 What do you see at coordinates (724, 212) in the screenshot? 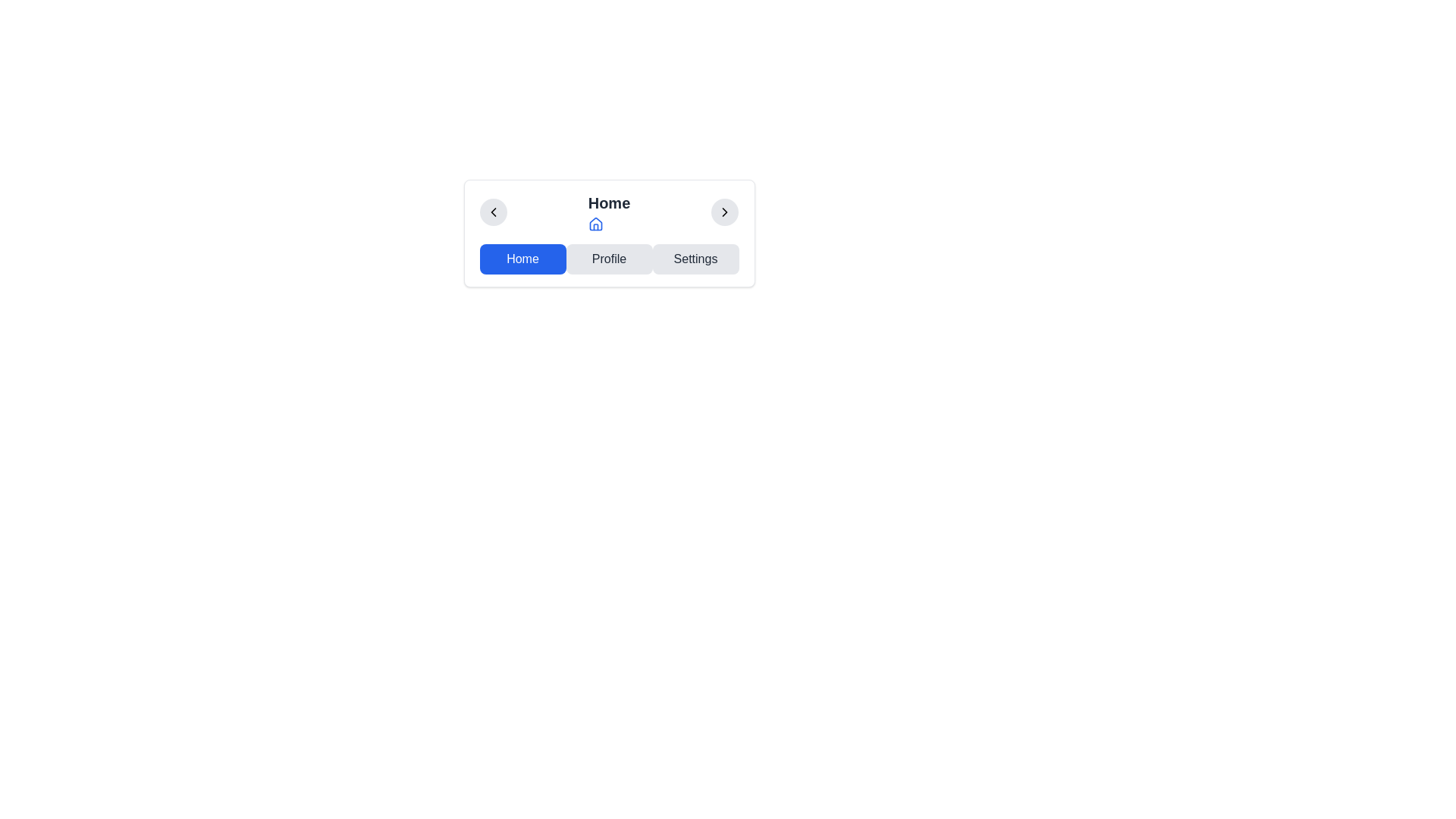
I see `the circular button with a light gray background and a black right-pointing chevron icon to change its background color` at bounding box center [724, 212].